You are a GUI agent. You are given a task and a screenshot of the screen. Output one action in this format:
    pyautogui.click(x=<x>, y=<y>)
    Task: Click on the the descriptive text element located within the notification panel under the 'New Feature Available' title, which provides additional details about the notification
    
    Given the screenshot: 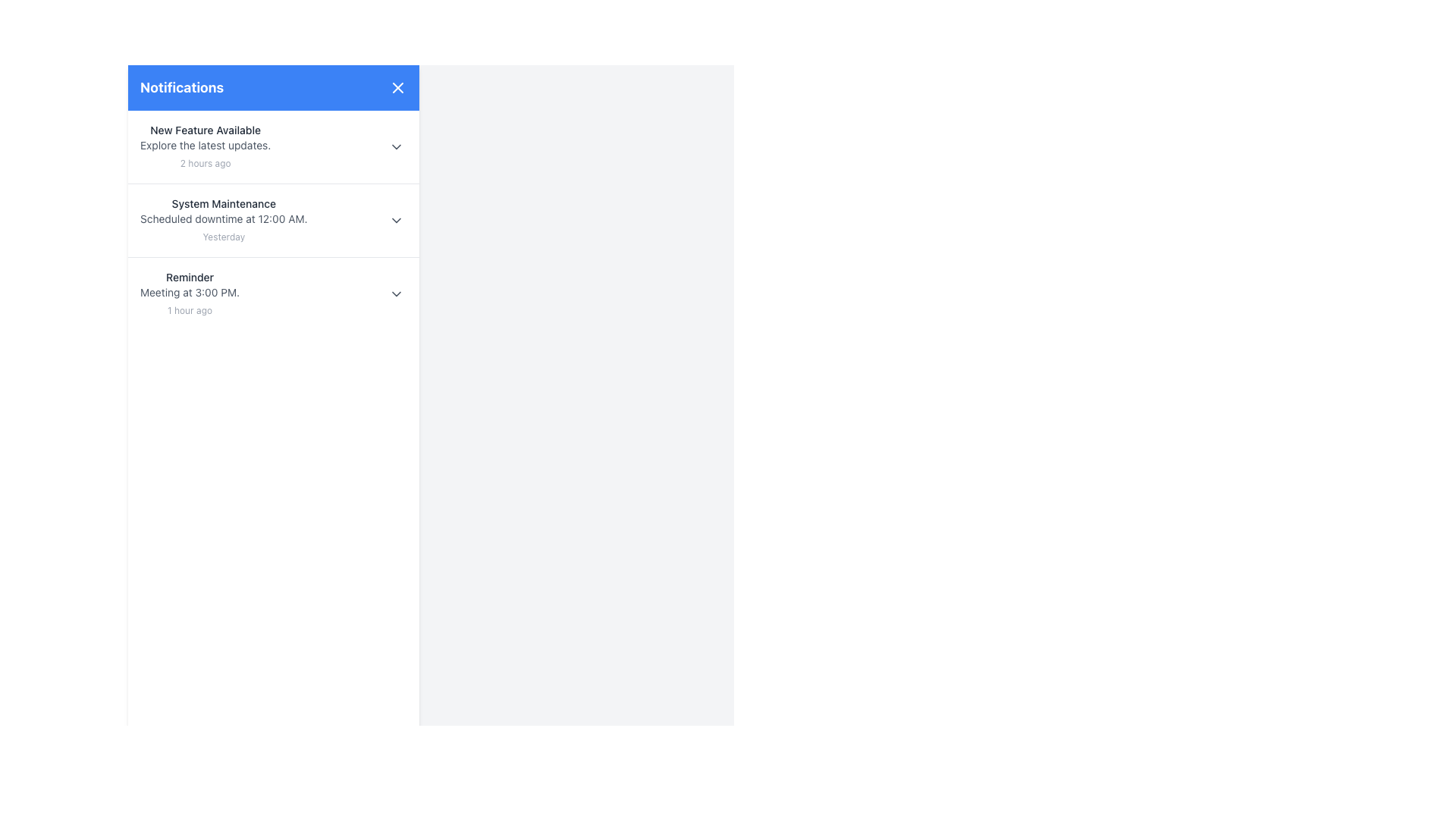 What is the action you would take?
    pyautogui.click(x=205, y=146)
    